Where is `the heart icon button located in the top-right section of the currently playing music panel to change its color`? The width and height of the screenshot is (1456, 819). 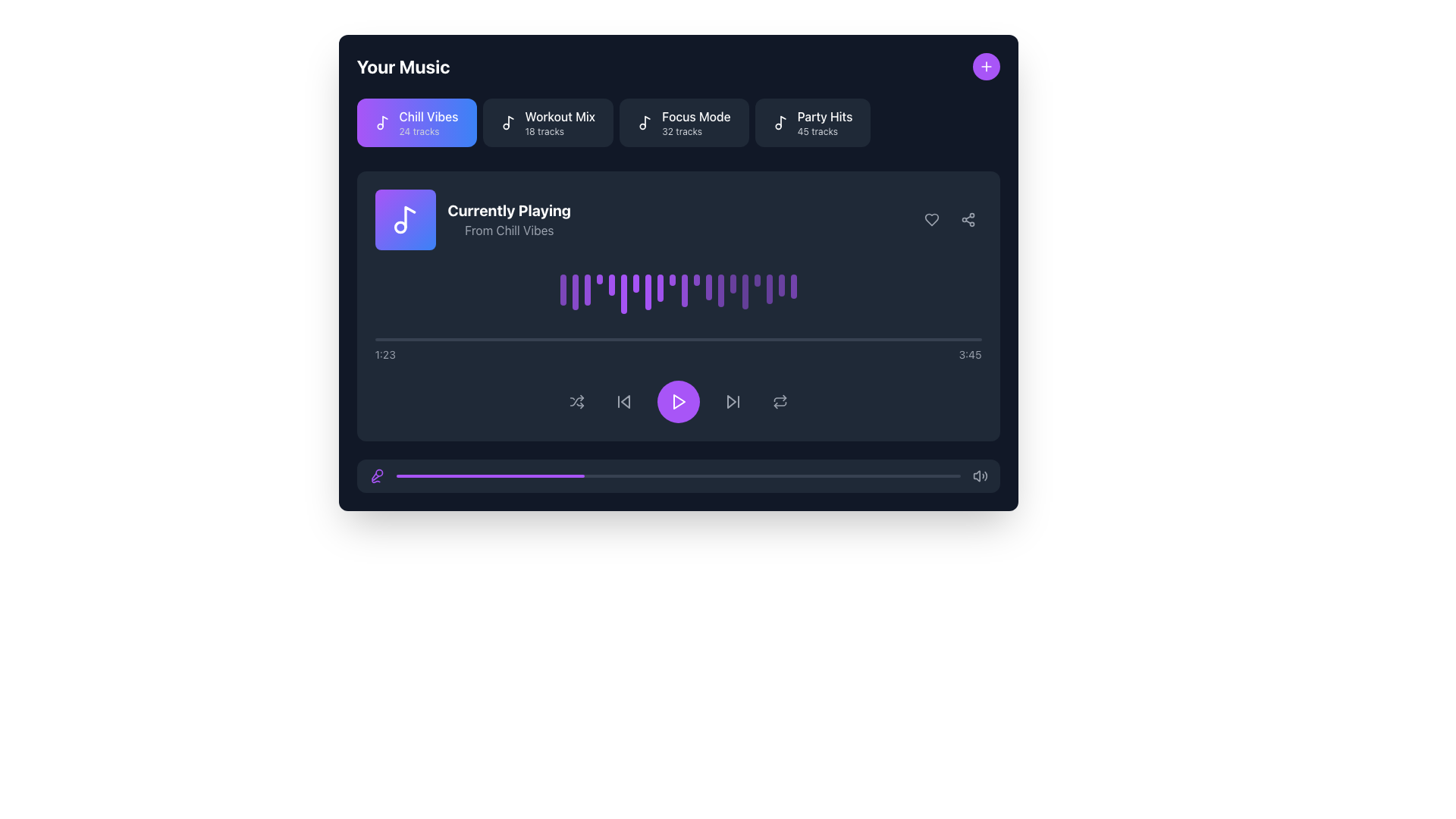
the heart icon button located in the top-right section of the currently playing music panel to change its color is located at coordinates (930, 219).